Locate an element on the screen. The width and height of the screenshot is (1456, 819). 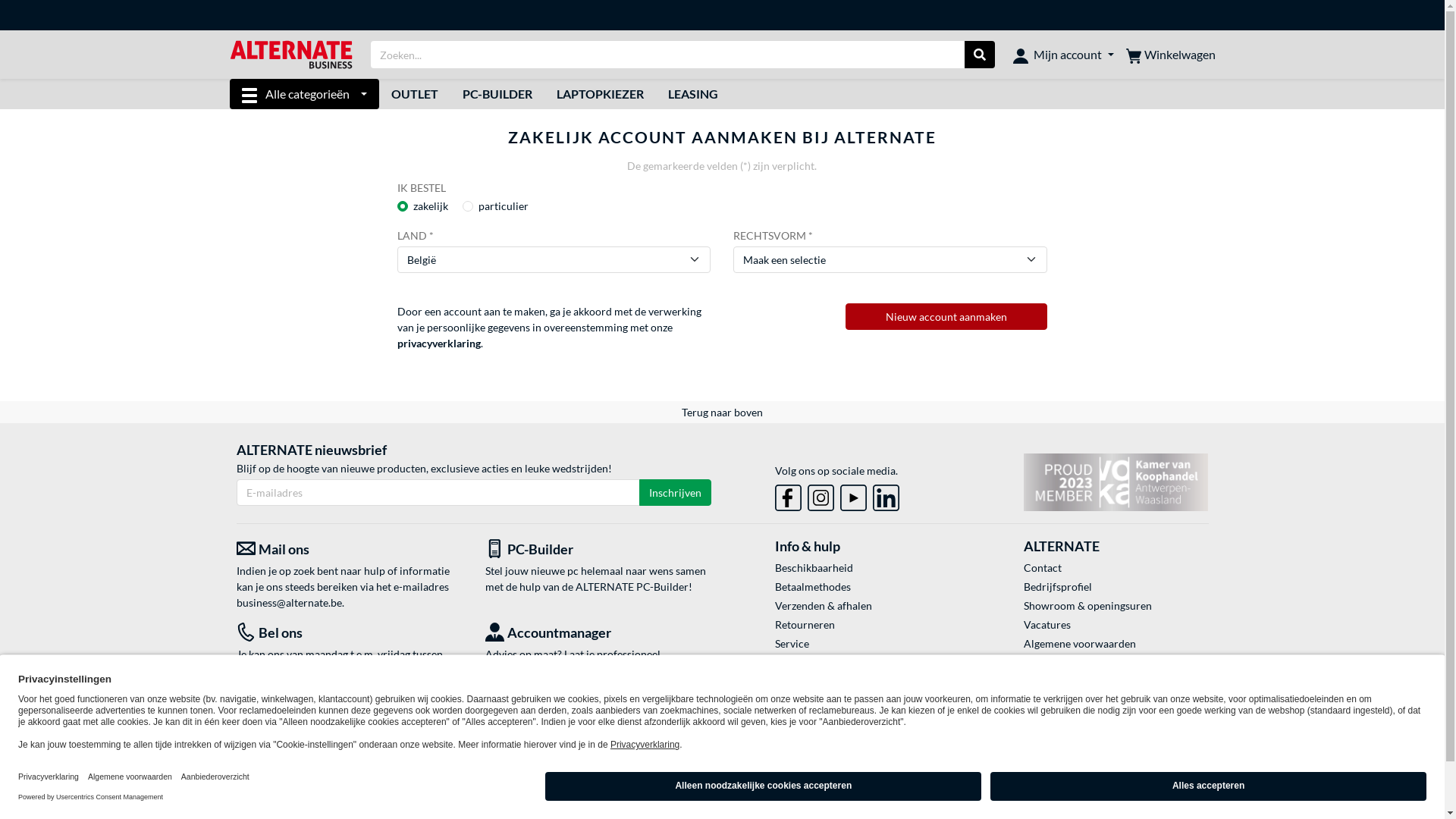
'Facebook' is located at coordinates (788, 497).